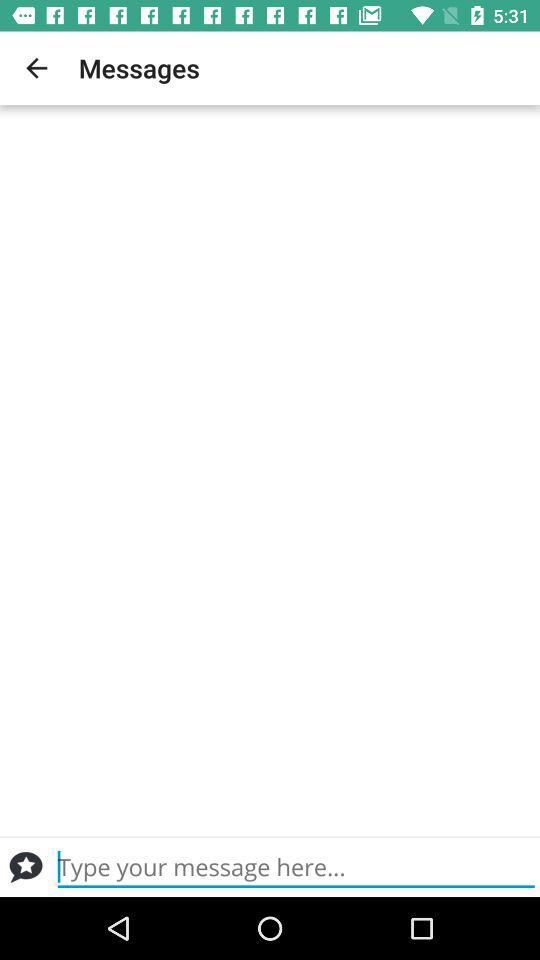 Image resolution: width=540 pixels, height=960 pixels. What do you see at coordinates (36, 68) in the screenshot?
I see `icon next to the messages item` at bounding box center [36, 68].